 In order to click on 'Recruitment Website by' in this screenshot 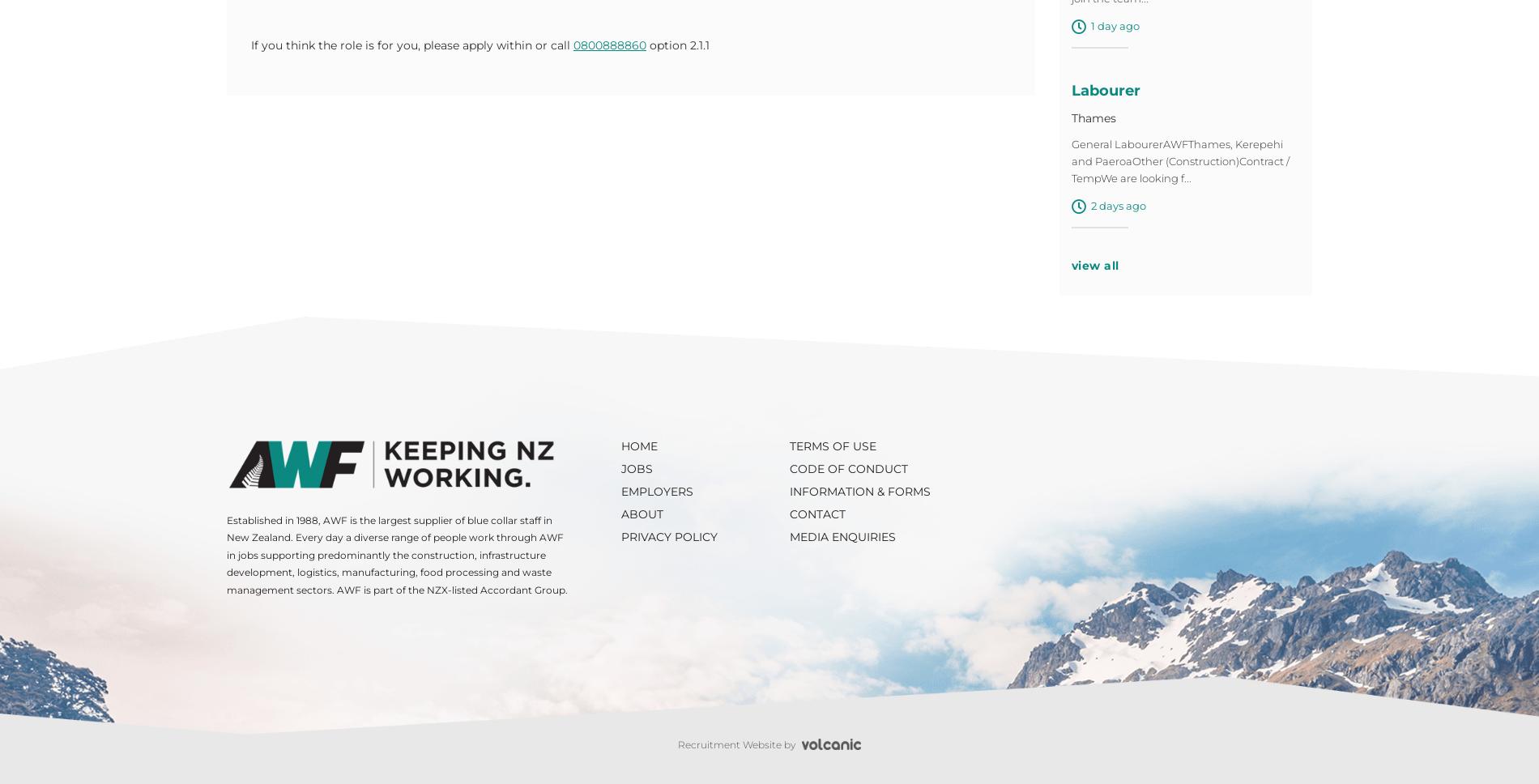, I will do `click(676, 748)`.